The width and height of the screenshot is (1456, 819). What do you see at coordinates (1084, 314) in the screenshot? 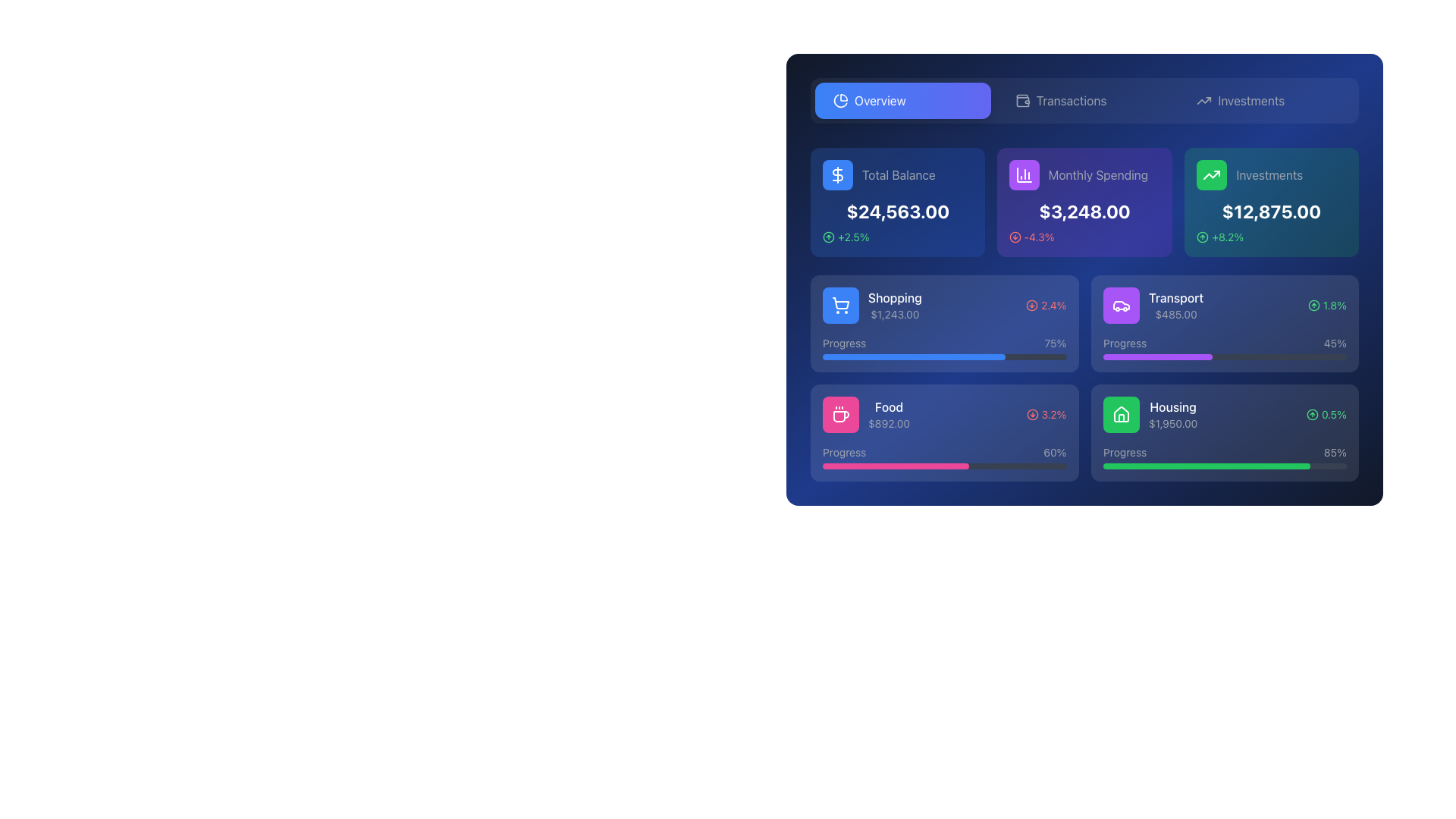
I see `the grid layout section displaying financial data` at bounding box center [1084, 314].